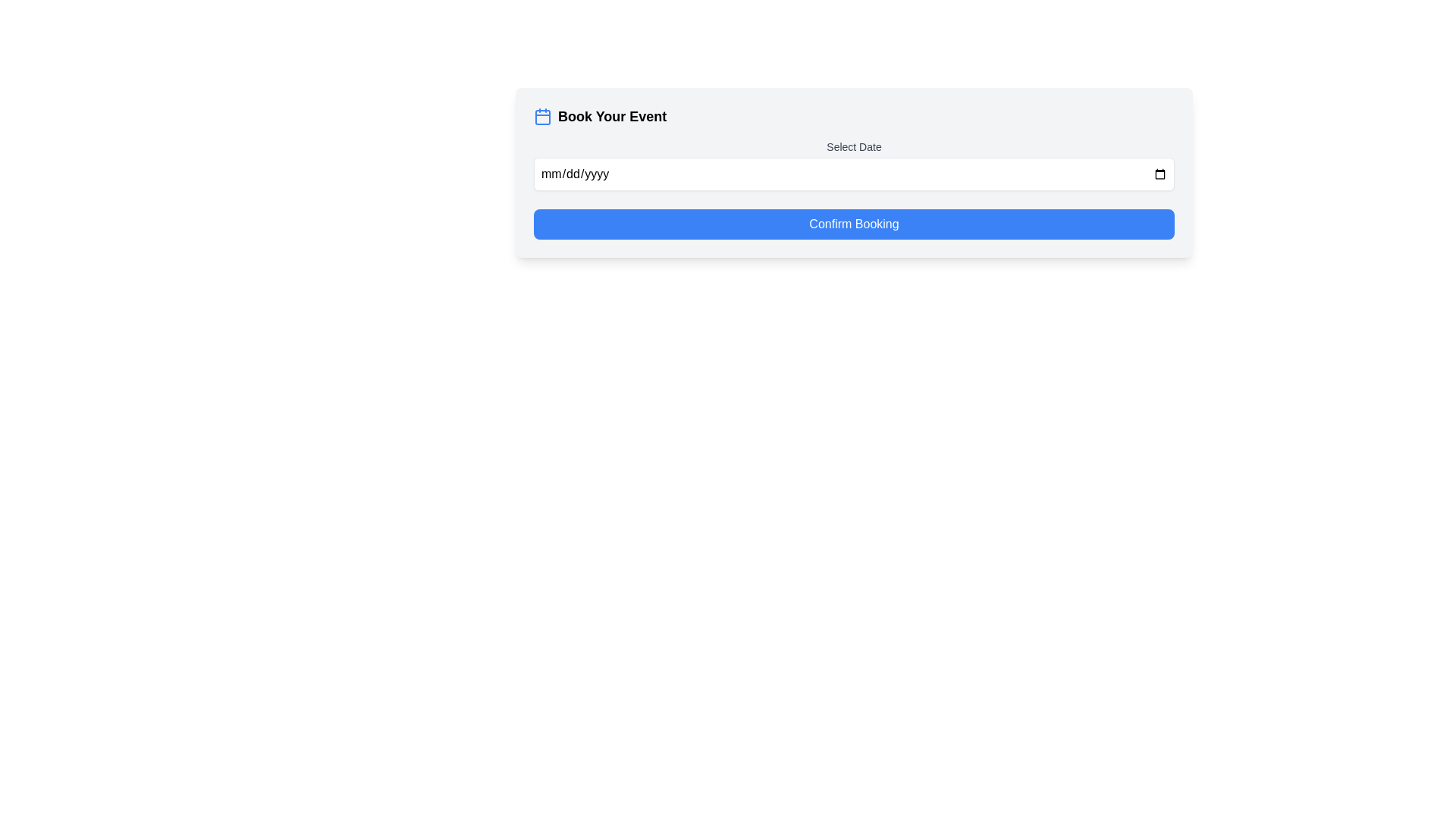 The image size is (1456, 819). Describe the element at coordinates (854, 146) in the screenshot. I see `the 'Select Date' text label located above the date input field in the 'Book Your Event' section` at that location.